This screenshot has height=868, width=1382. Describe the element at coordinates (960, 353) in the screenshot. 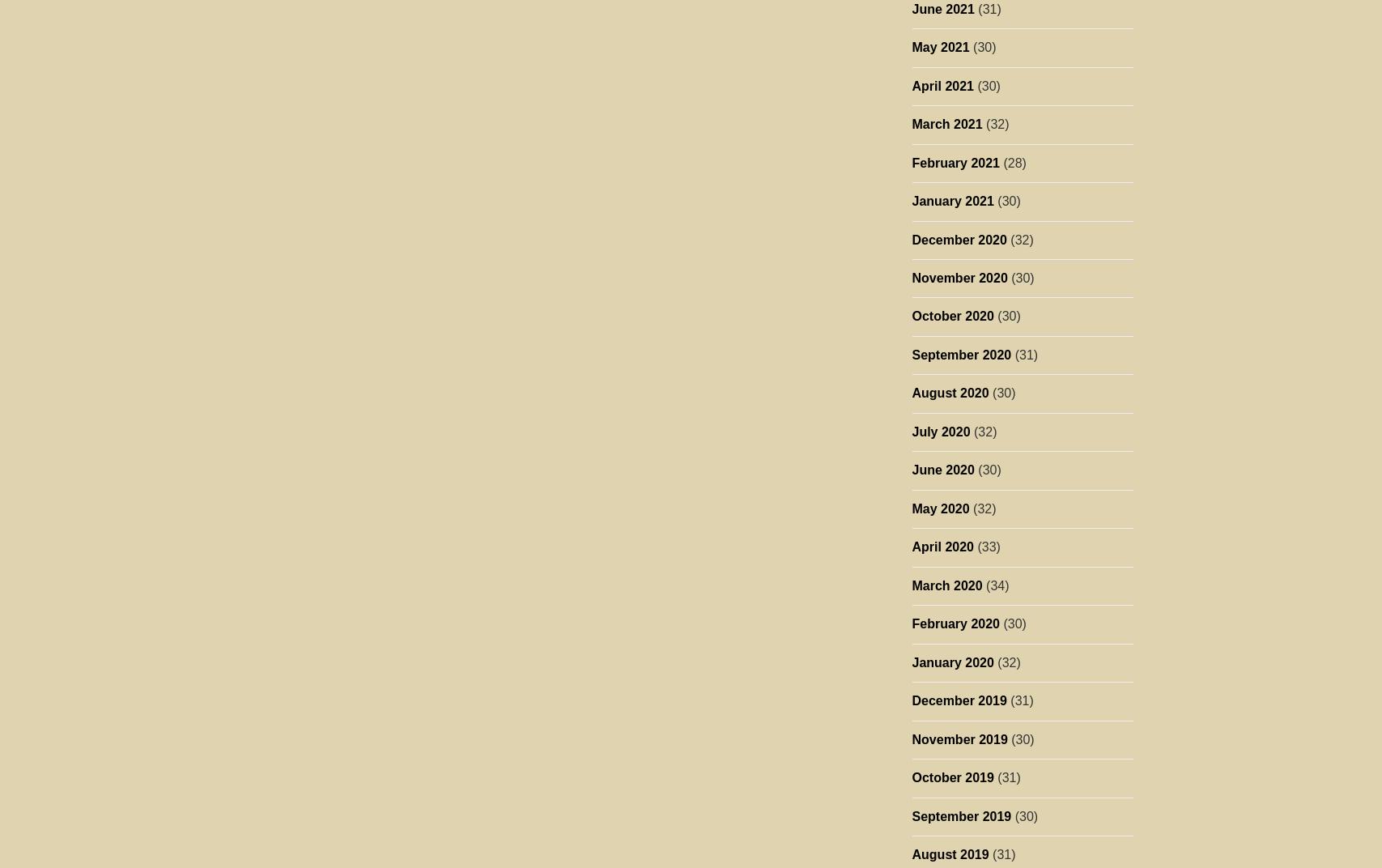

I see `'September 2020'` at that location.